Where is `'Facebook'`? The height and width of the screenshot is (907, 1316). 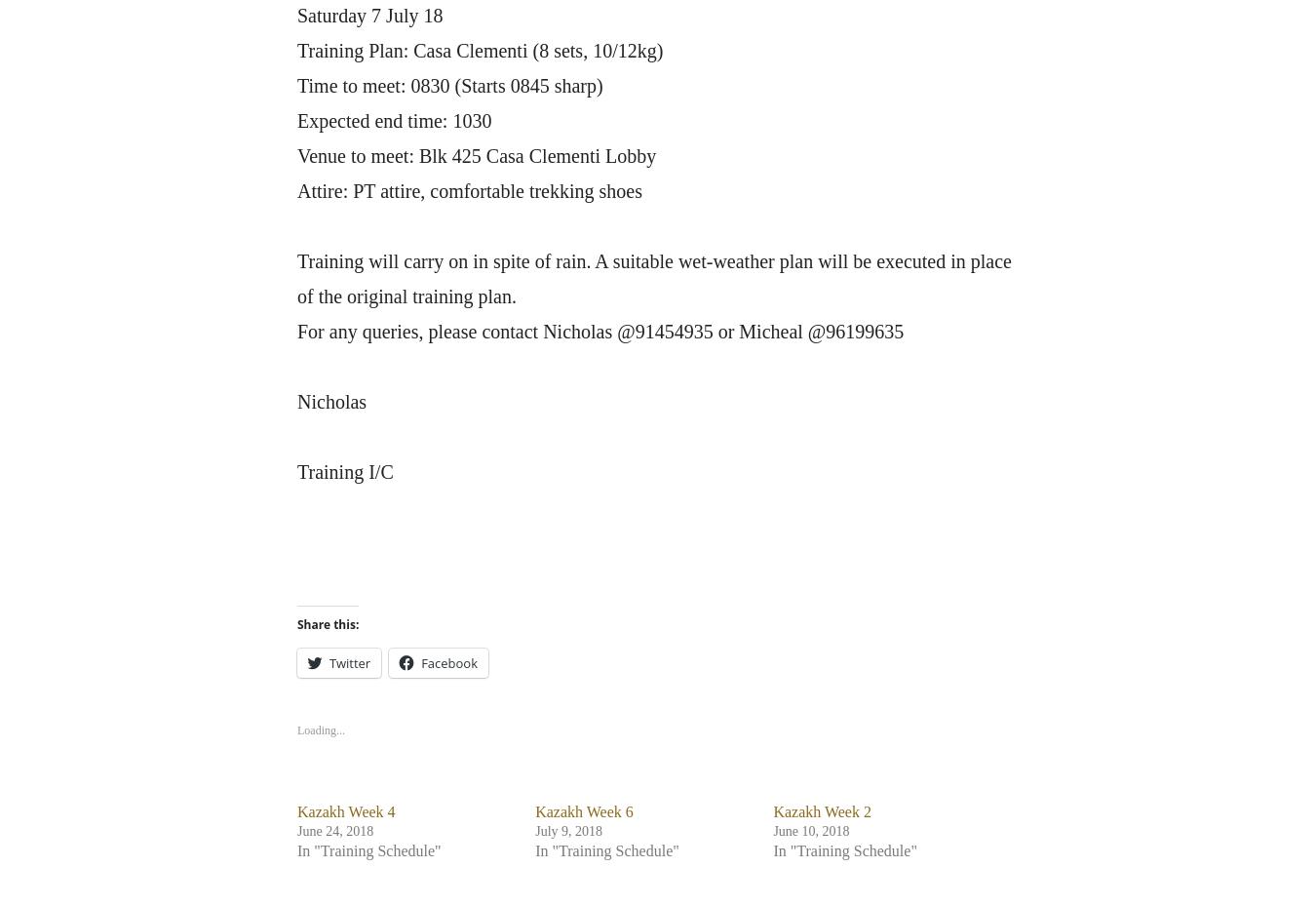
'Facebook' is located at coordinates (448, 662).